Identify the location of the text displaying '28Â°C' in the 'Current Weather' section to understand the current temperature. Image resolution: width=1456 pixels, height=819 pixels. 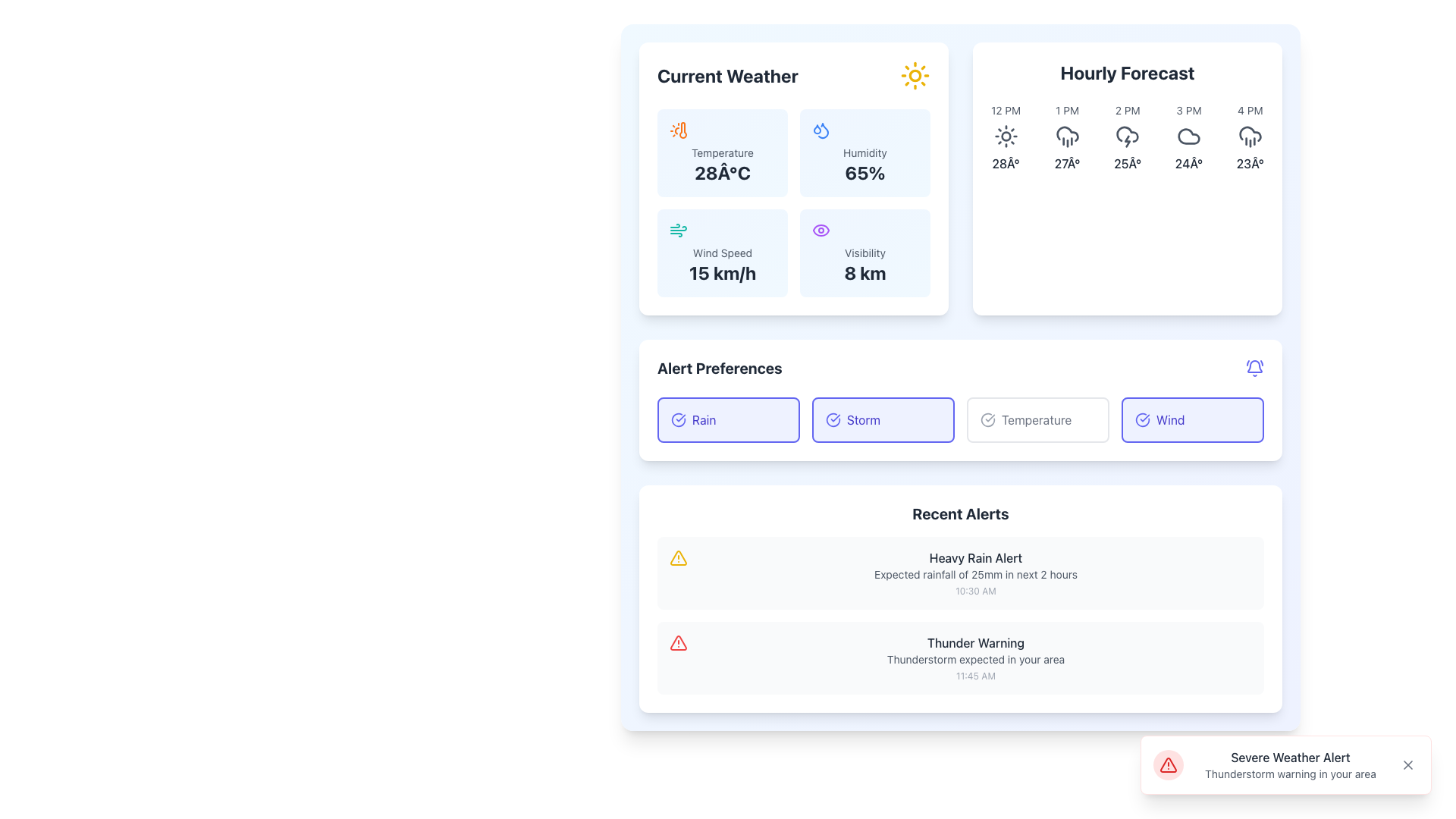
(722, 171).